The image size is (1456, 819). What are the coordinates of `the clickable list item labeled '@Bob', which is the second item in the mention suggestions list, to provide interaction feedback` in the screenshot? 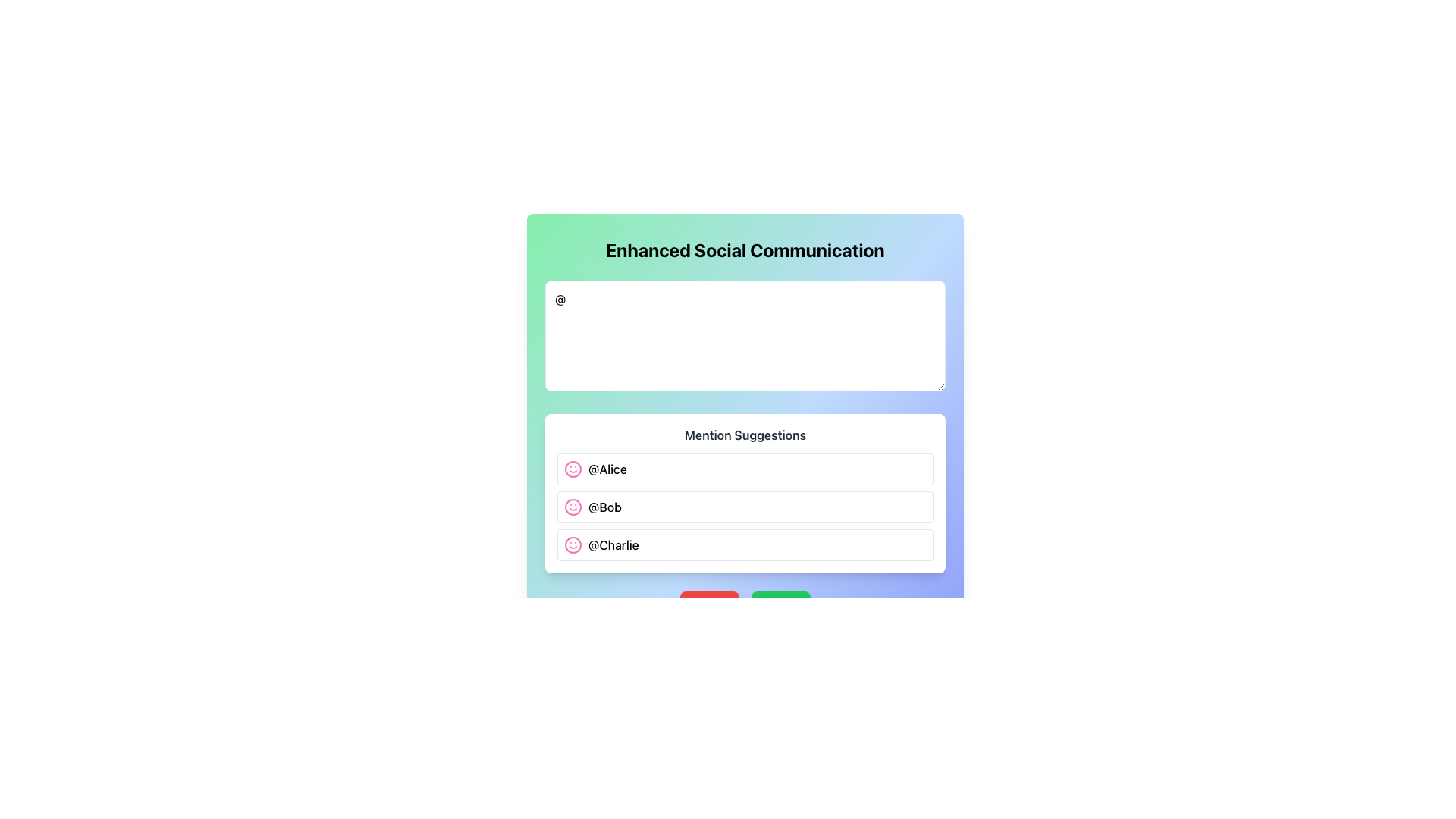 It's located at (745, 507).